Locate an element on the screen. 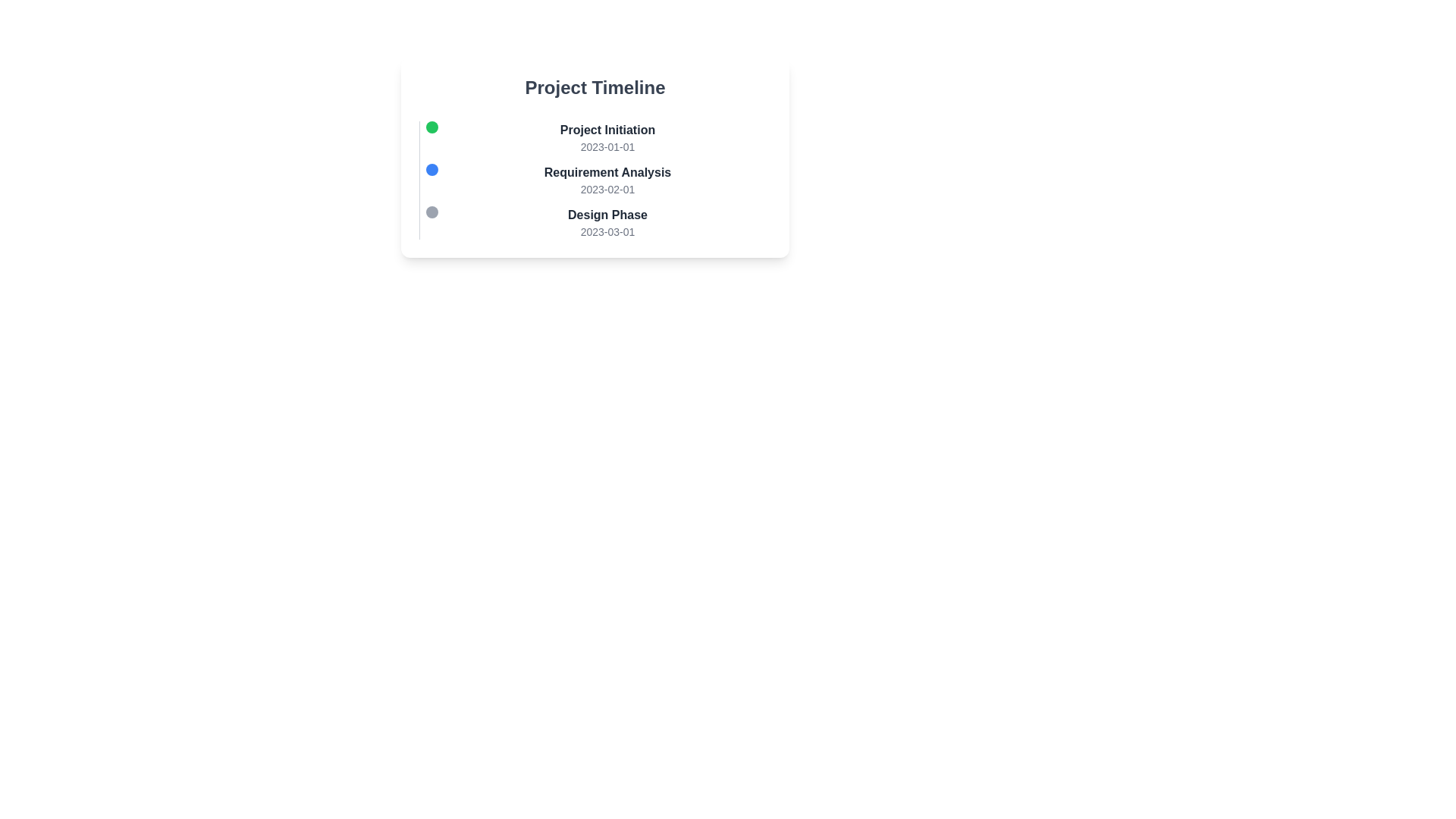 This screenshot has width=1456, height=819. the bold text label element displaying 'Project Initiation' in dark gray, located in the timeline section above the date '2023-01-01' is located at coordinates (607, 130).